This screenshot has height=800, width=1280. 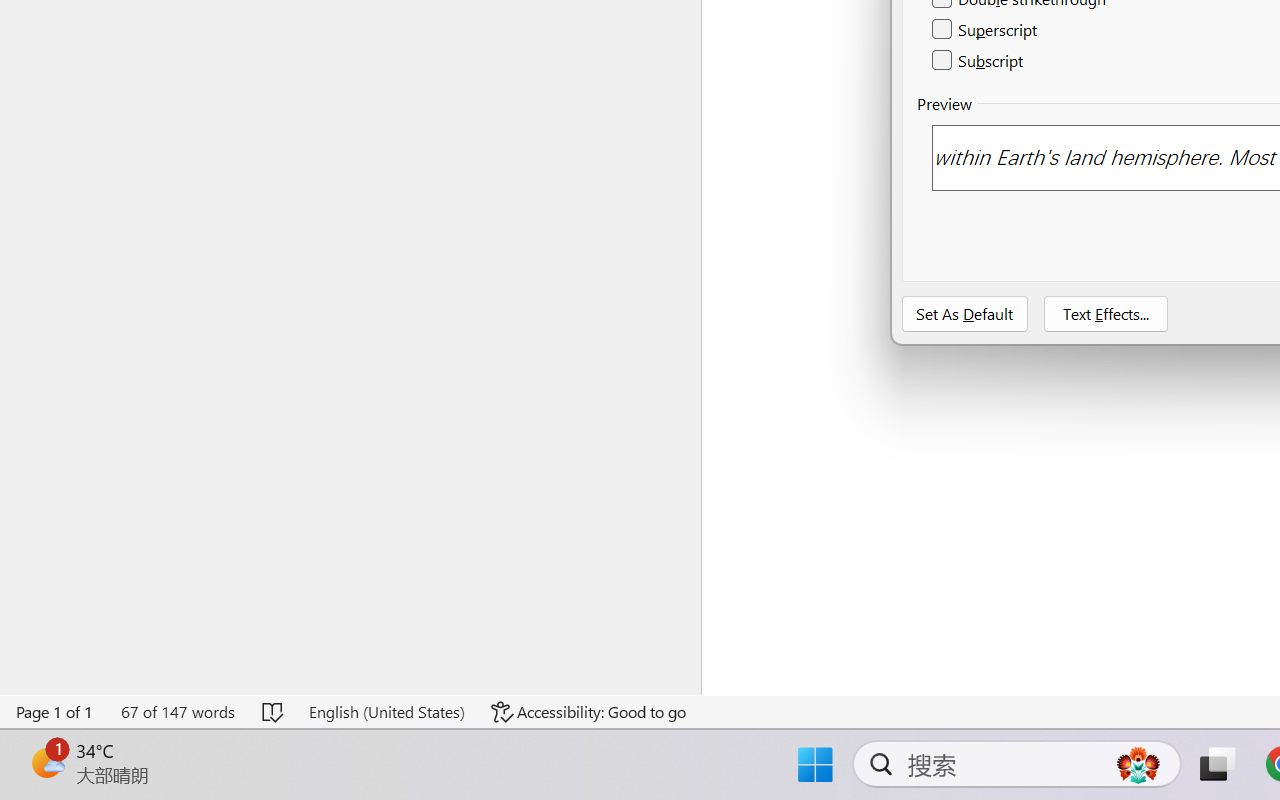 What do you see at coordinates (1104, 313) in the screenshot?
I see `'Text Effects...'` at bounding box center [1104, 313].